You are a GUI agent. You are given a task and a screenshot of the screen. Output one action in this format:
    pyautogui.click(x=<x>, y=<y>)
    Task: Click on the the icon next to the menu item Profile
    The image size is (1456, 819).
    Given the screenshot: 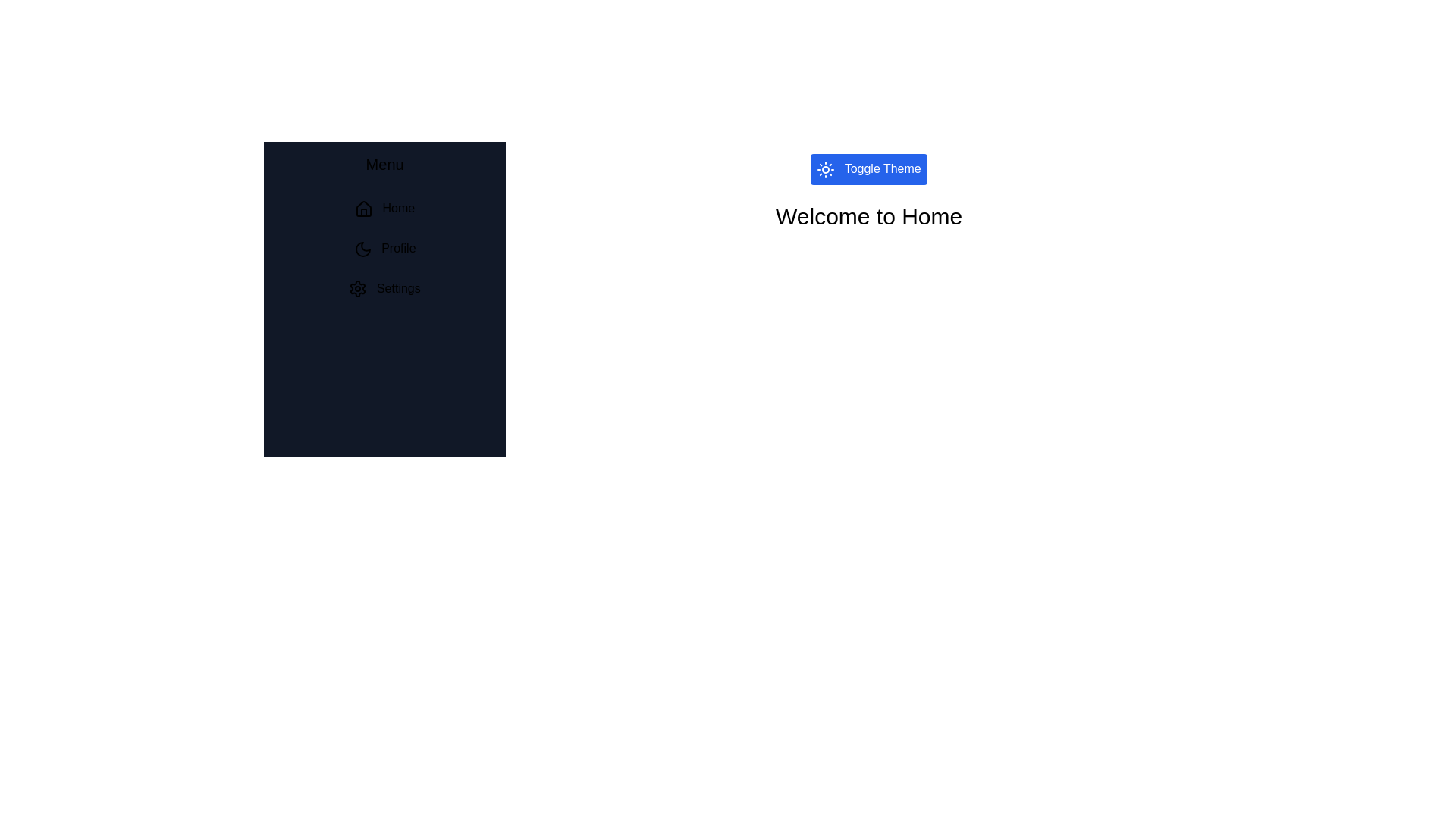 What is the action you would take?
    pyautogui.click(x=362, y=248)
    